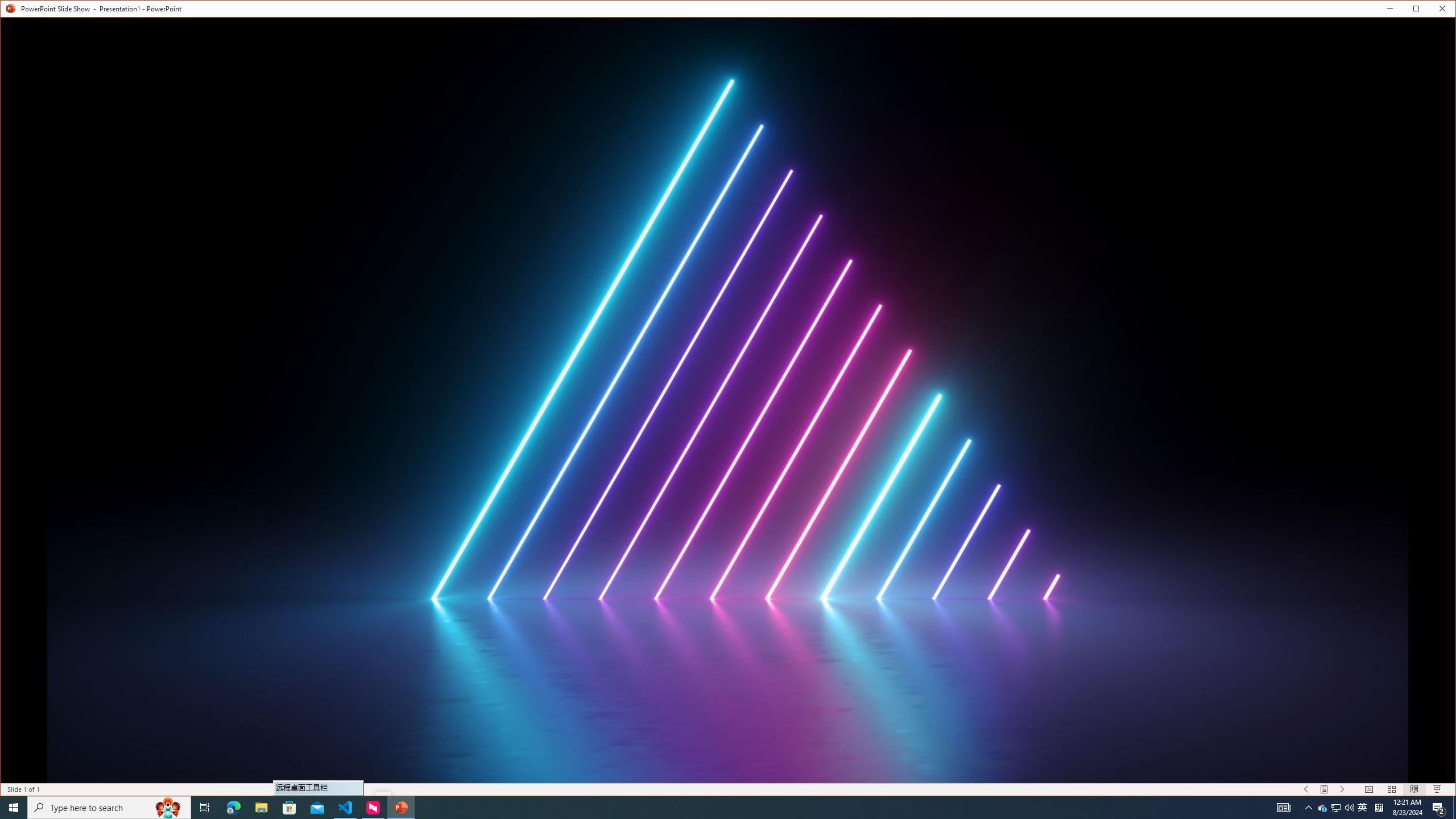 Image resolution: width=1456 pixels, height=819 pixels. Describe the element at coordinates (1306, 789) in the screenshot. I see `'Slide Show Previous On'` at that location.